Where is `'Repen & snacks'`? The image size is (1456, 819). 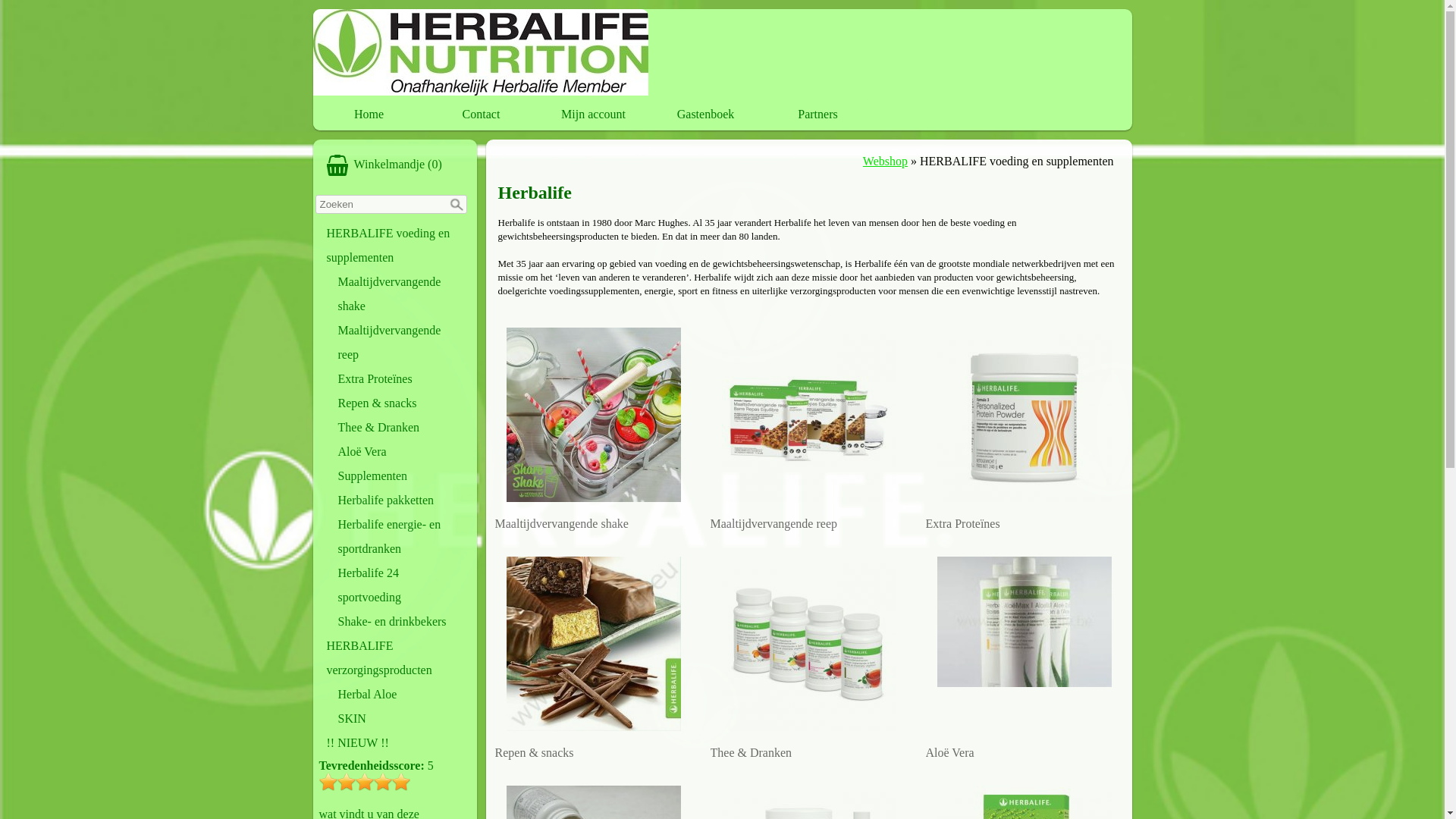 'Repen & snacks' is located at coordinates (592, 654).